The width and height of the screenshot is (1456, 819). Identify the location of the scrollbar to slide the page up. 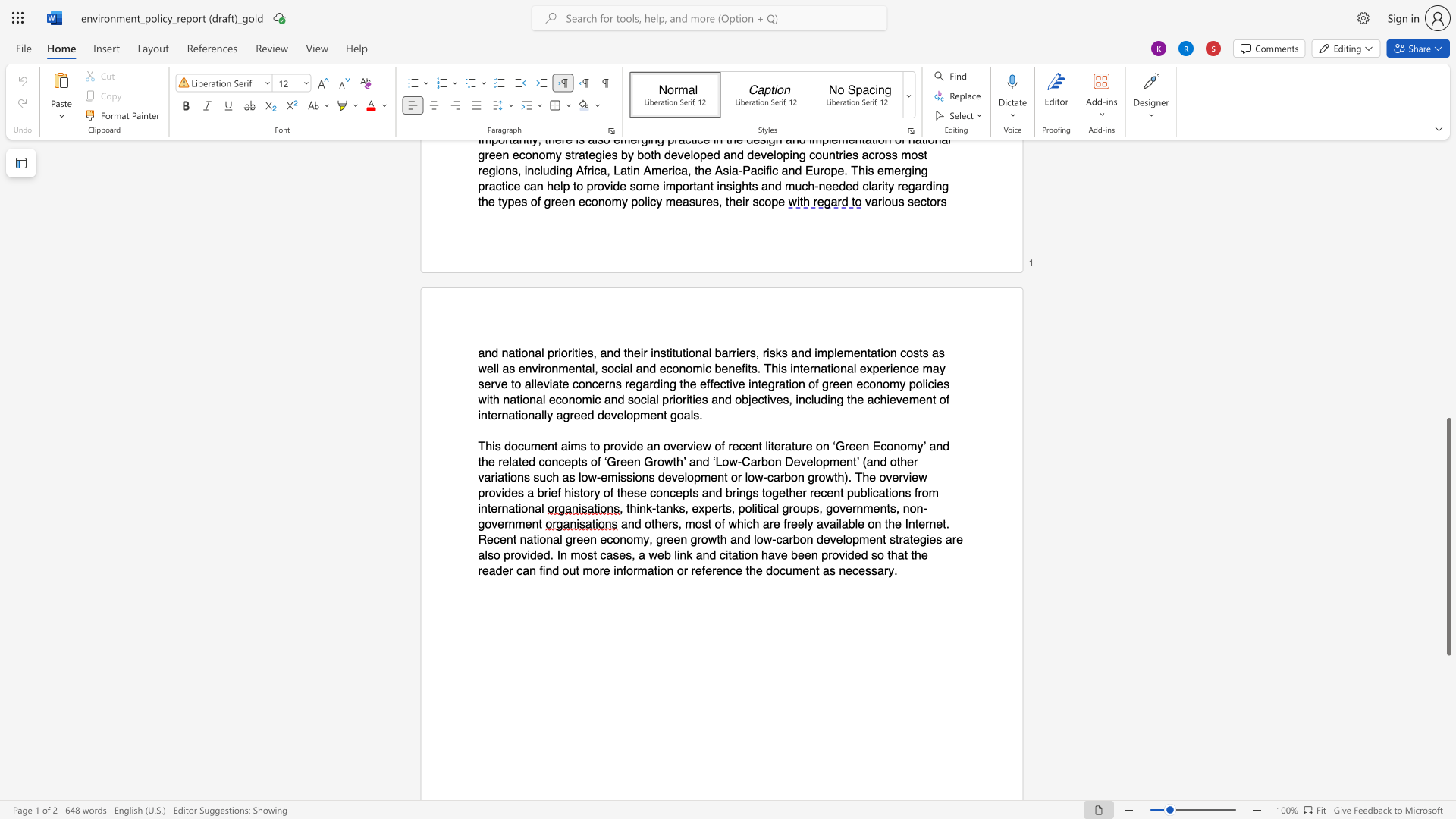
(1448, 180).